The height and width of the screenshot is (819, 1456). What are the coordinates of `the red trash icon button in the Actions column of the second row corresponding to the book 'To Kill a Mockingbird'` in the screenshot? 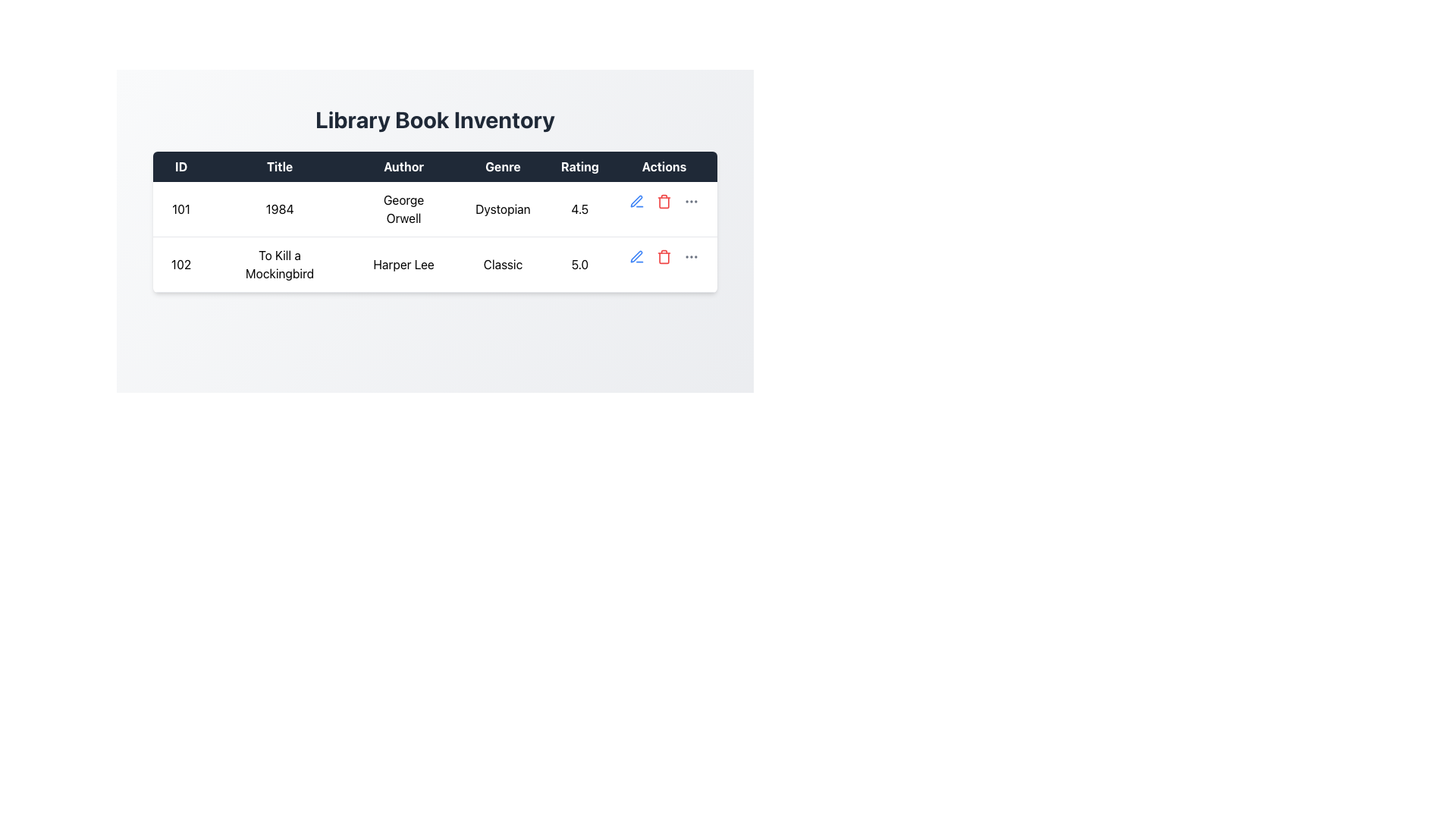 It's located at (664, 254).